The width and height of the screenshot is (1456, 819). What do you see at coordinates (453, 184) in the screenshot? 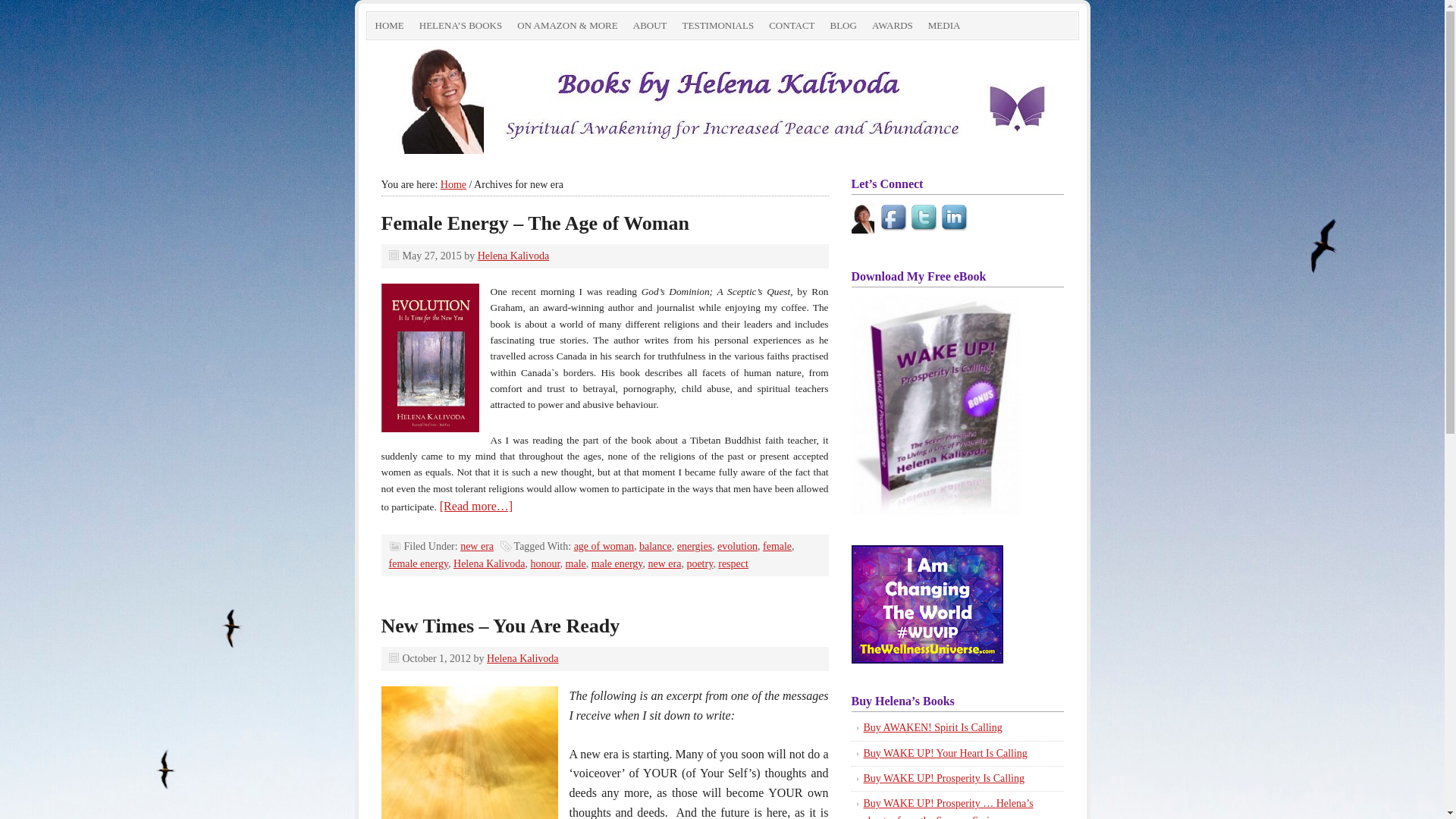
I see `'Home'` at bounding box center [453, 184].